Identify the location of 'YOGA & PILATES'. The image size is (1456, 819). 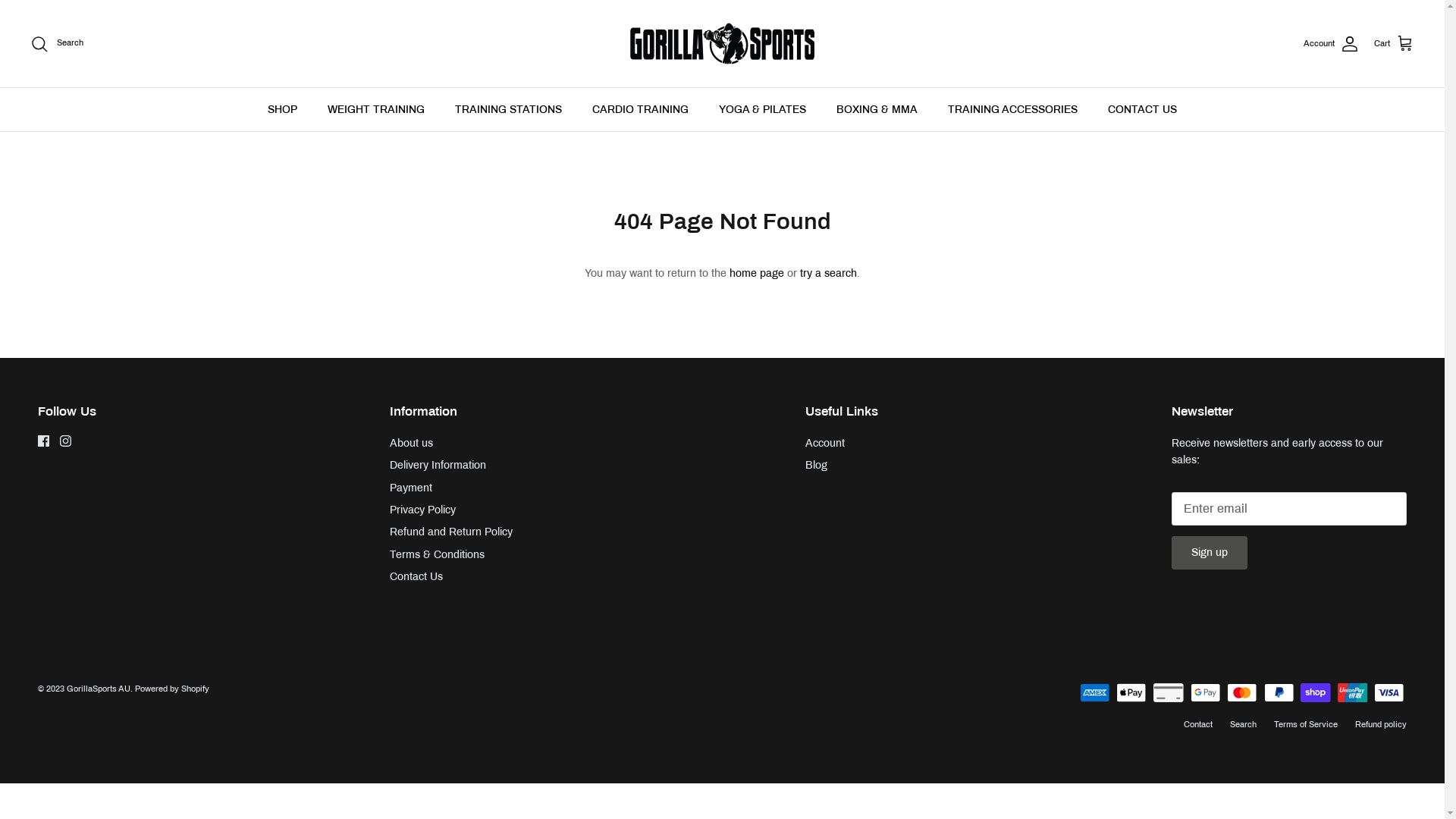
(762, 108).